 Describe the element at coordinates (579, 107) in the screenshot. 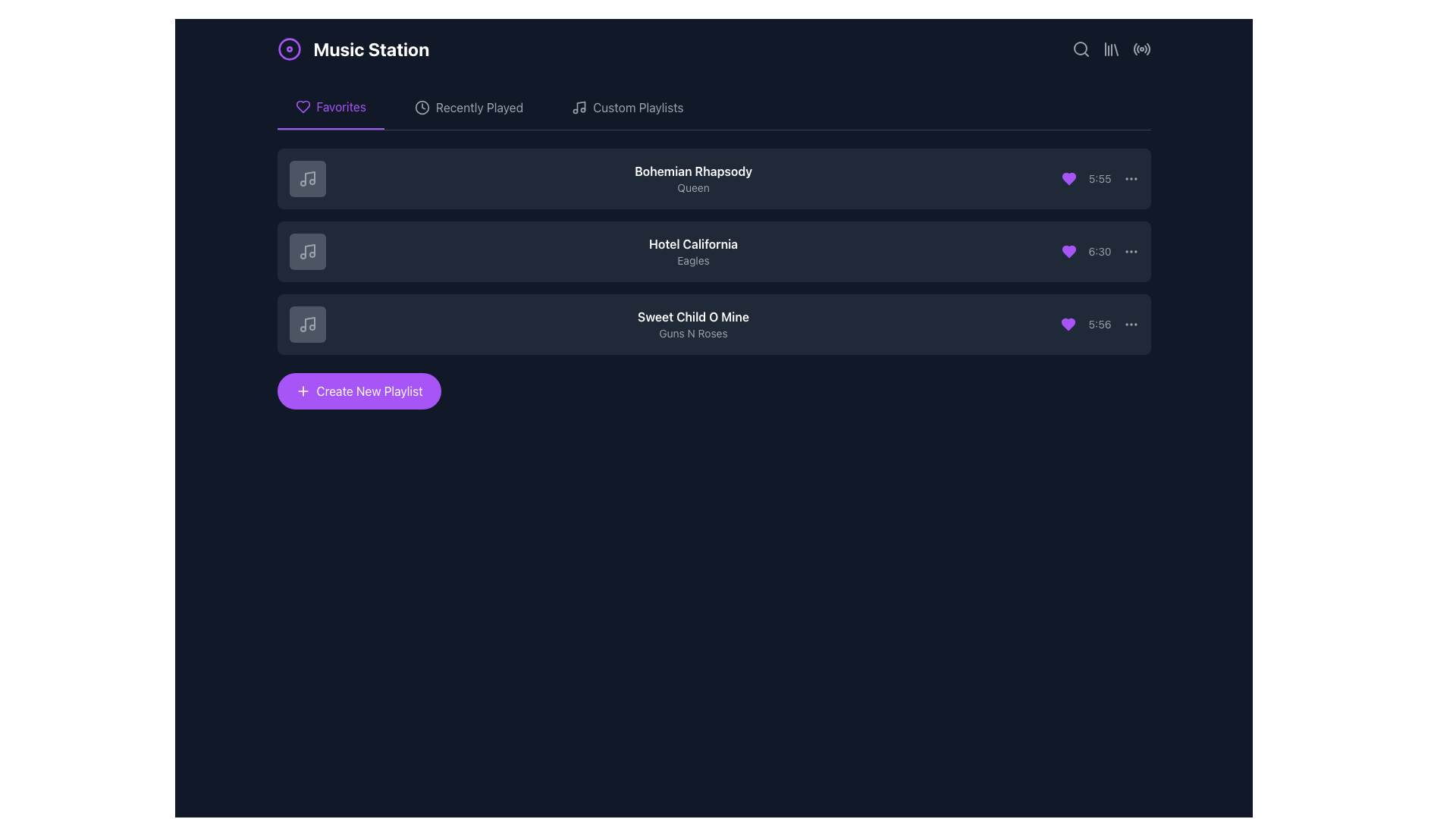

I see `the icon representing the 'Custom Playlists' section, which is positioned to the left of the text label 'Custom Playlists'` at that location.